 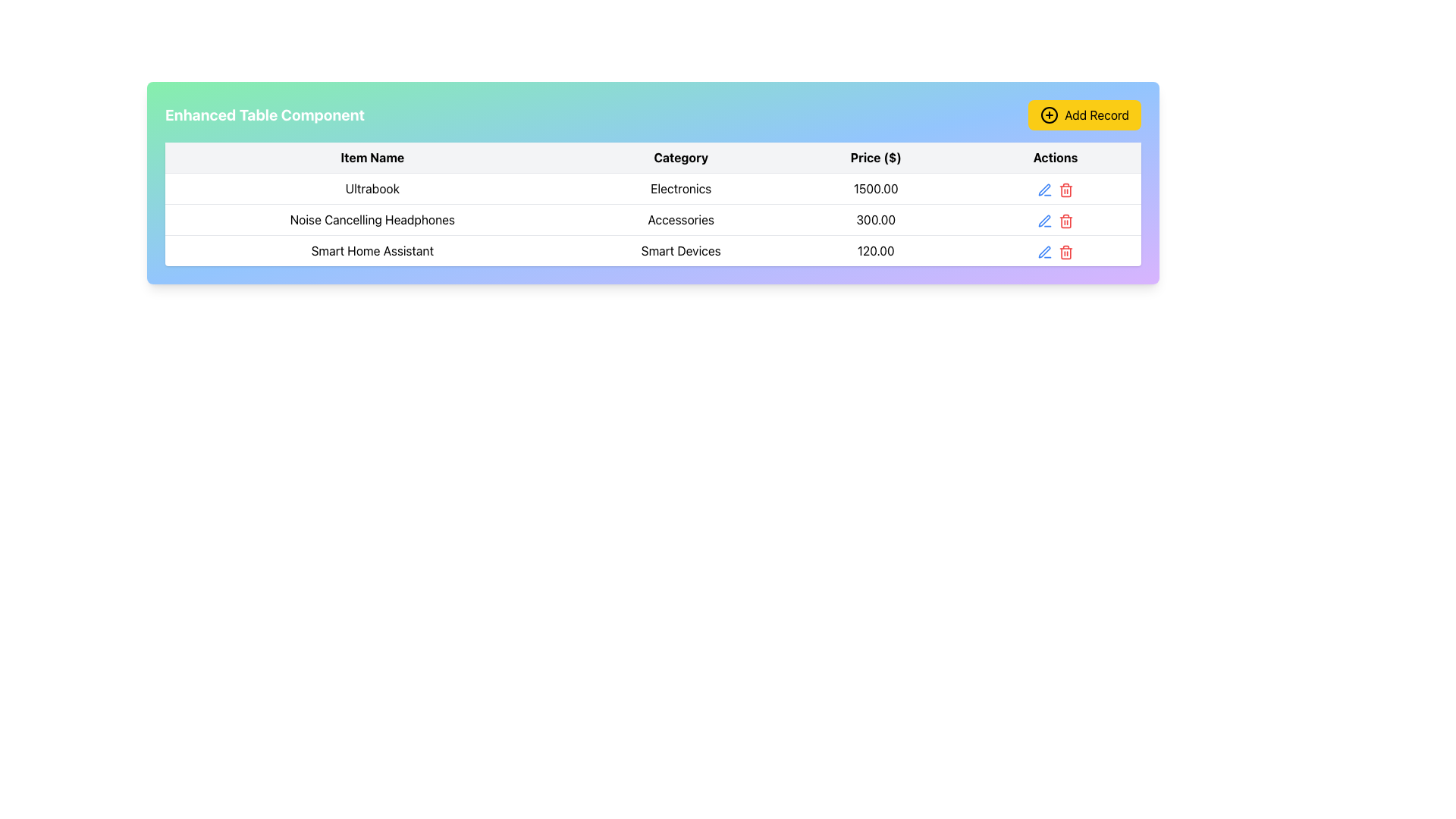 What do you see at coordinates (1043, 221) in the screenshot?
I see `the SVG icon representing the edit action, which appears as a vector graphic resembling a pen or pencil located in the Actions column of the second row in the table` at bounding box center [1043, 221].